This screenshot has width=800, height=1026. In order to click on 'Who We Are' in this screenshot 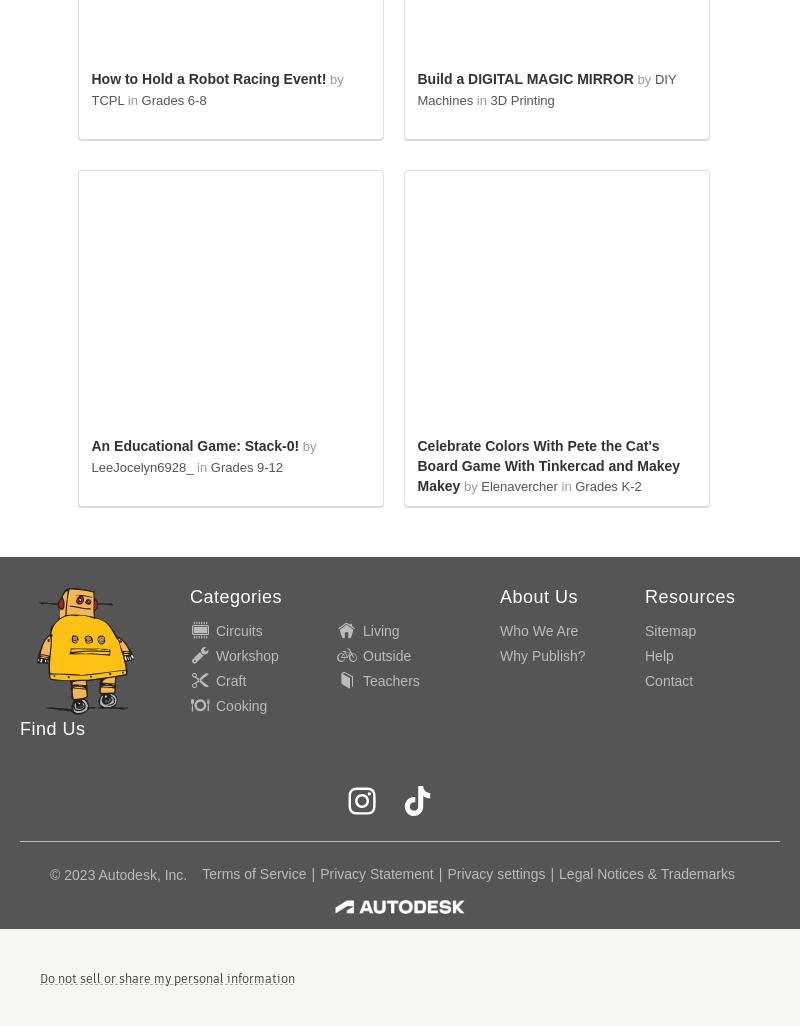, I will do `click(539, 629)`.